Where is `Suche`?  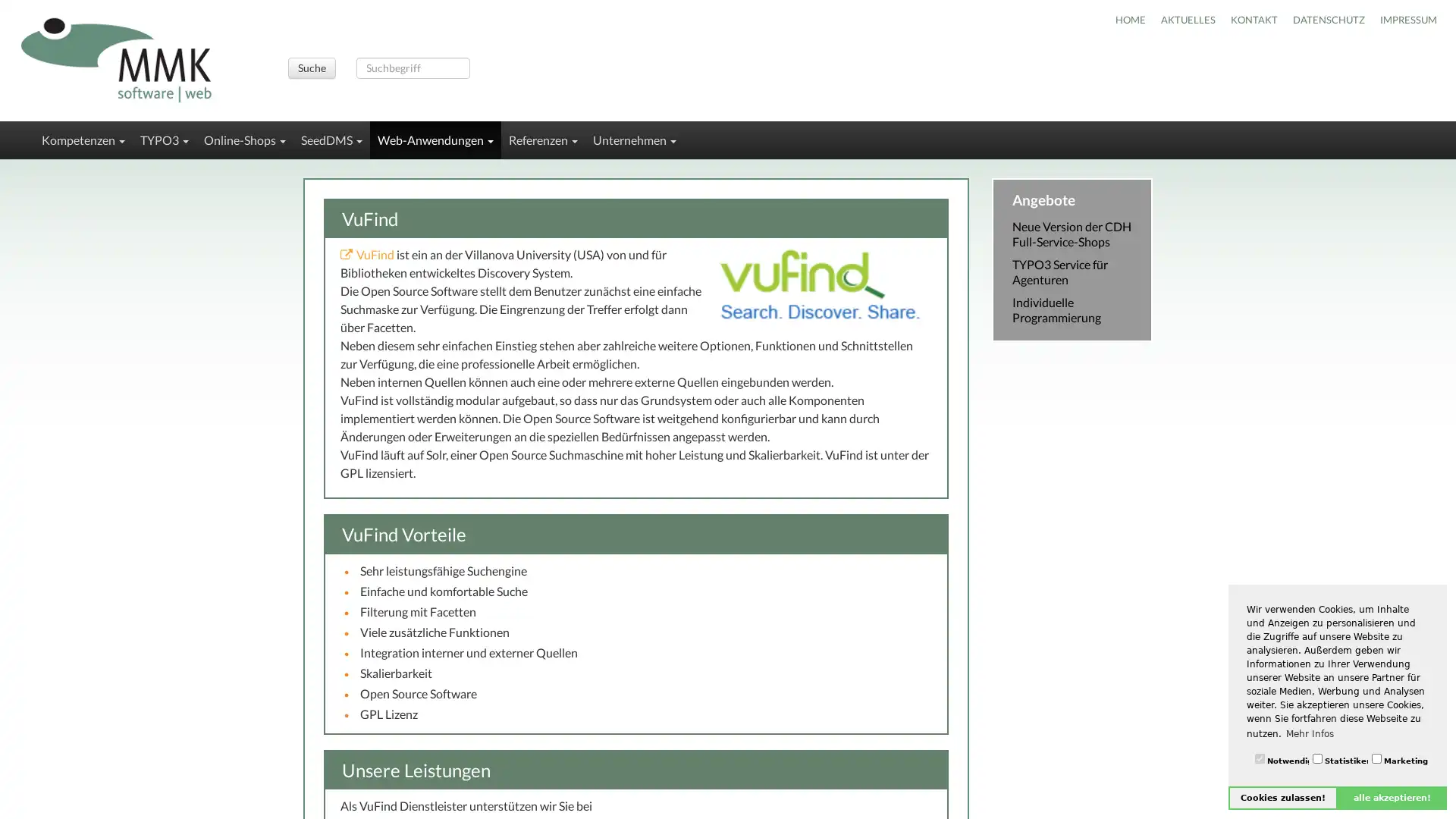
Suche is located at coordinates (310, 67).